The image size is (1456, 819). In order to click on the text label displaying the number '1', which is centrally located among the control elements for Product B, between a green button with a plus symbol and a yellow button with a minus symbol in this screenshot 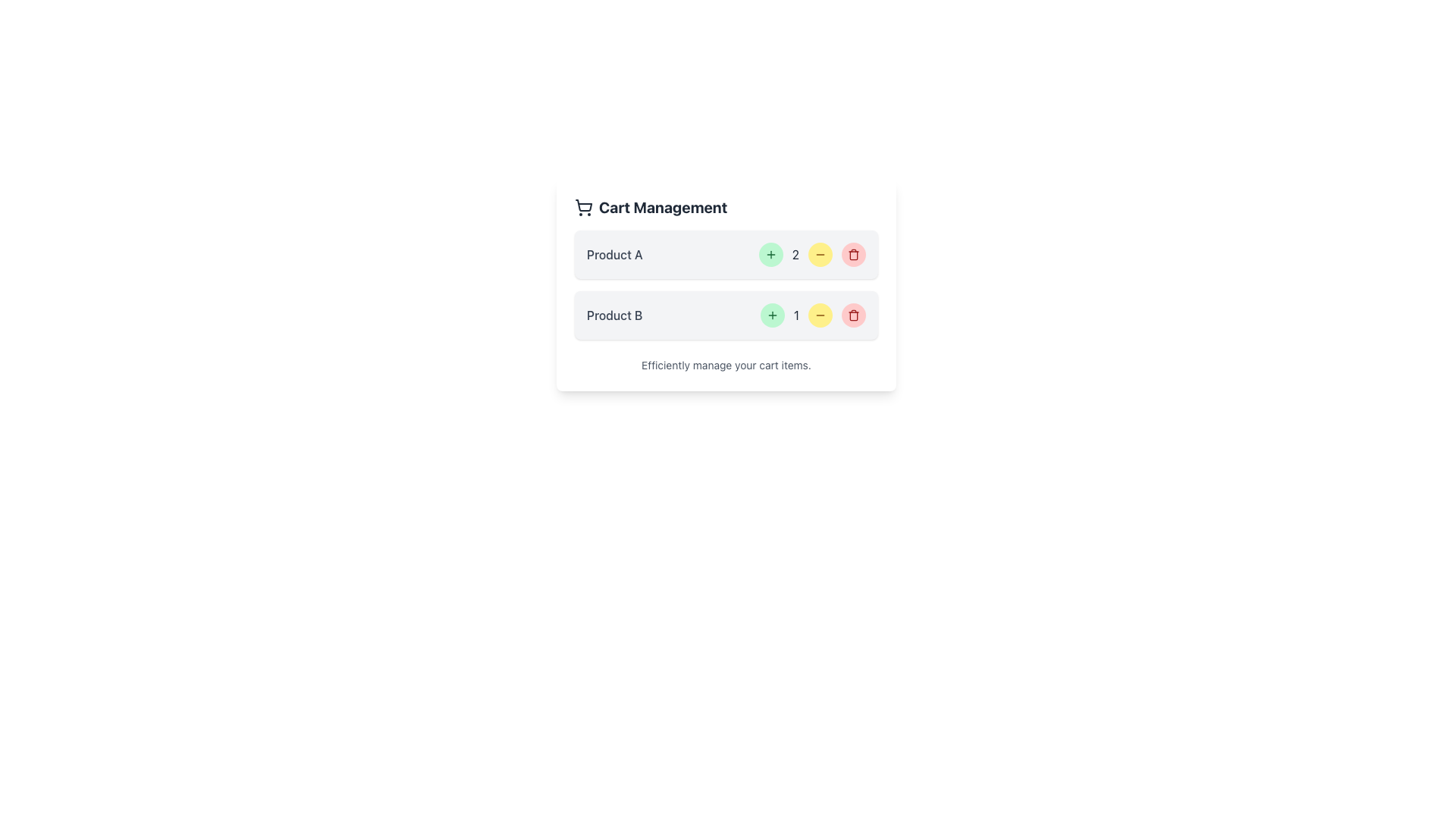, I will do `click(812, 315)`.